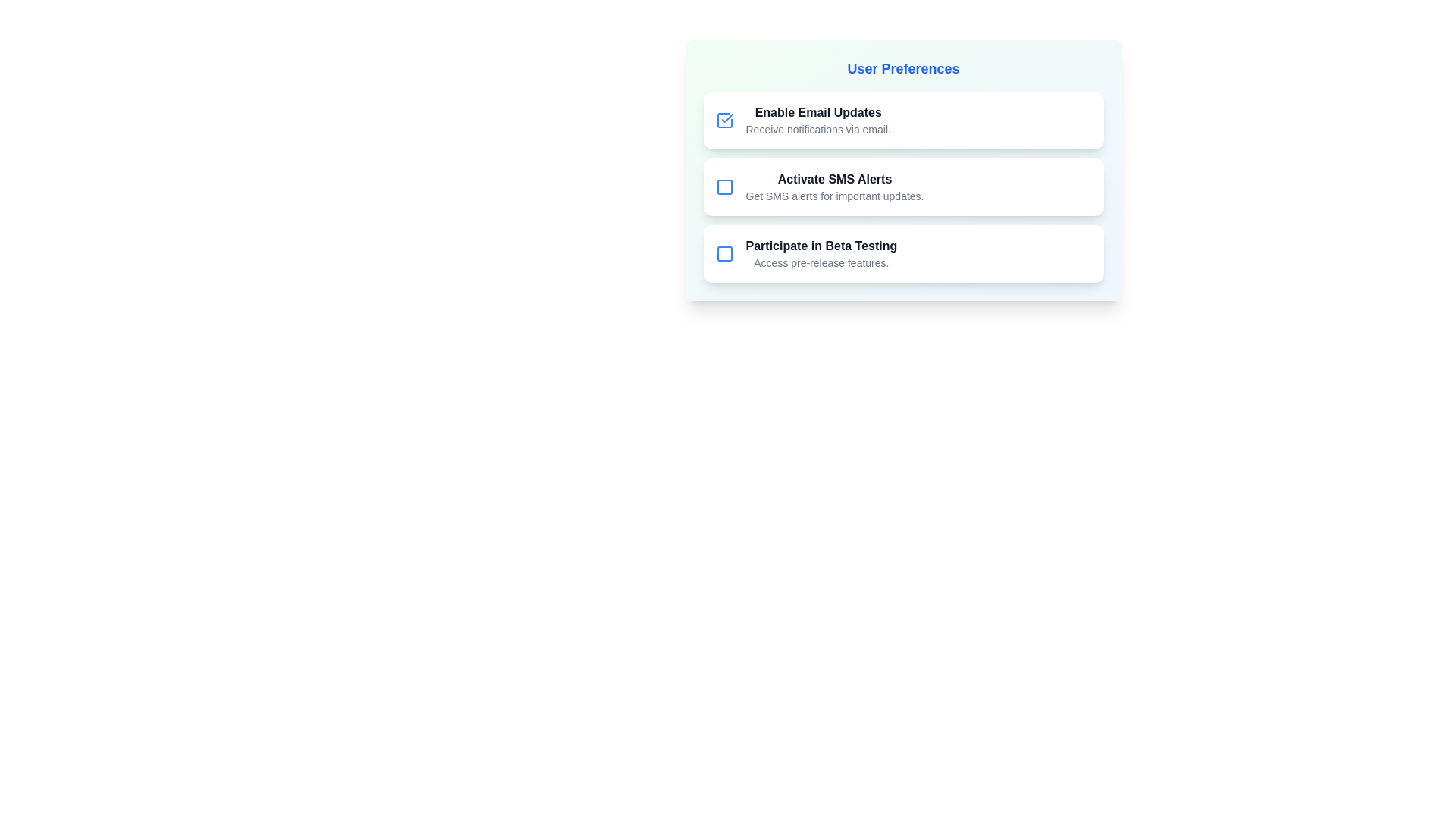 This screenshot has width=1456, height=819. What do you see at coordinates (723, 253) in the screenshot?
I see `the small square with rounded corners icon located within the SVG structure, which is situated to the left of the 'Participate in Beta Testing' text label in the bottommost list` at bounding box center [723, 253].